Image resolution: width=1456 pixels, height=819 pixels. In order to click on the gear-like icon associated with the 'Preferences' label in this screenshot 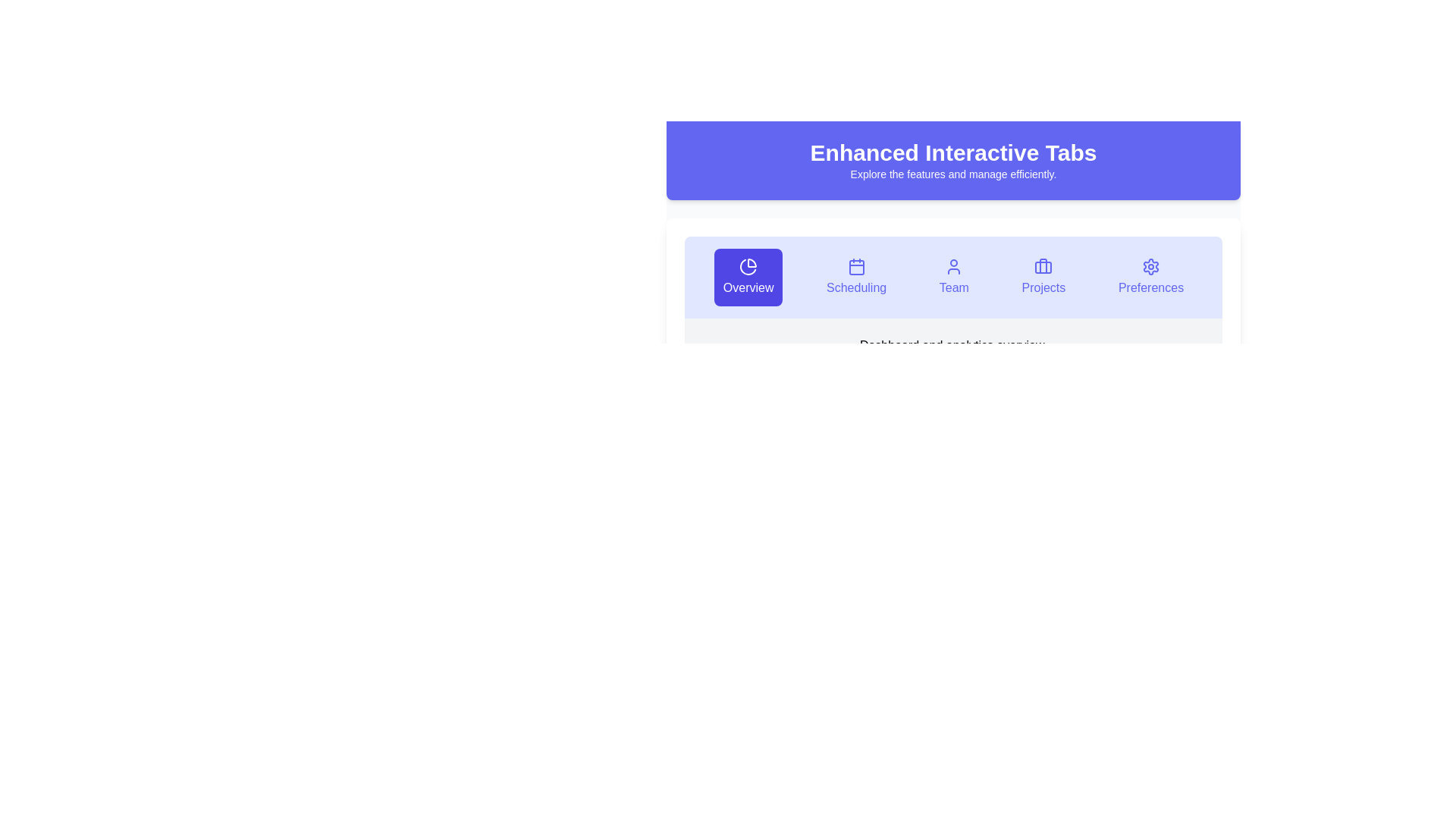, I will do `click(1150, 265)`.